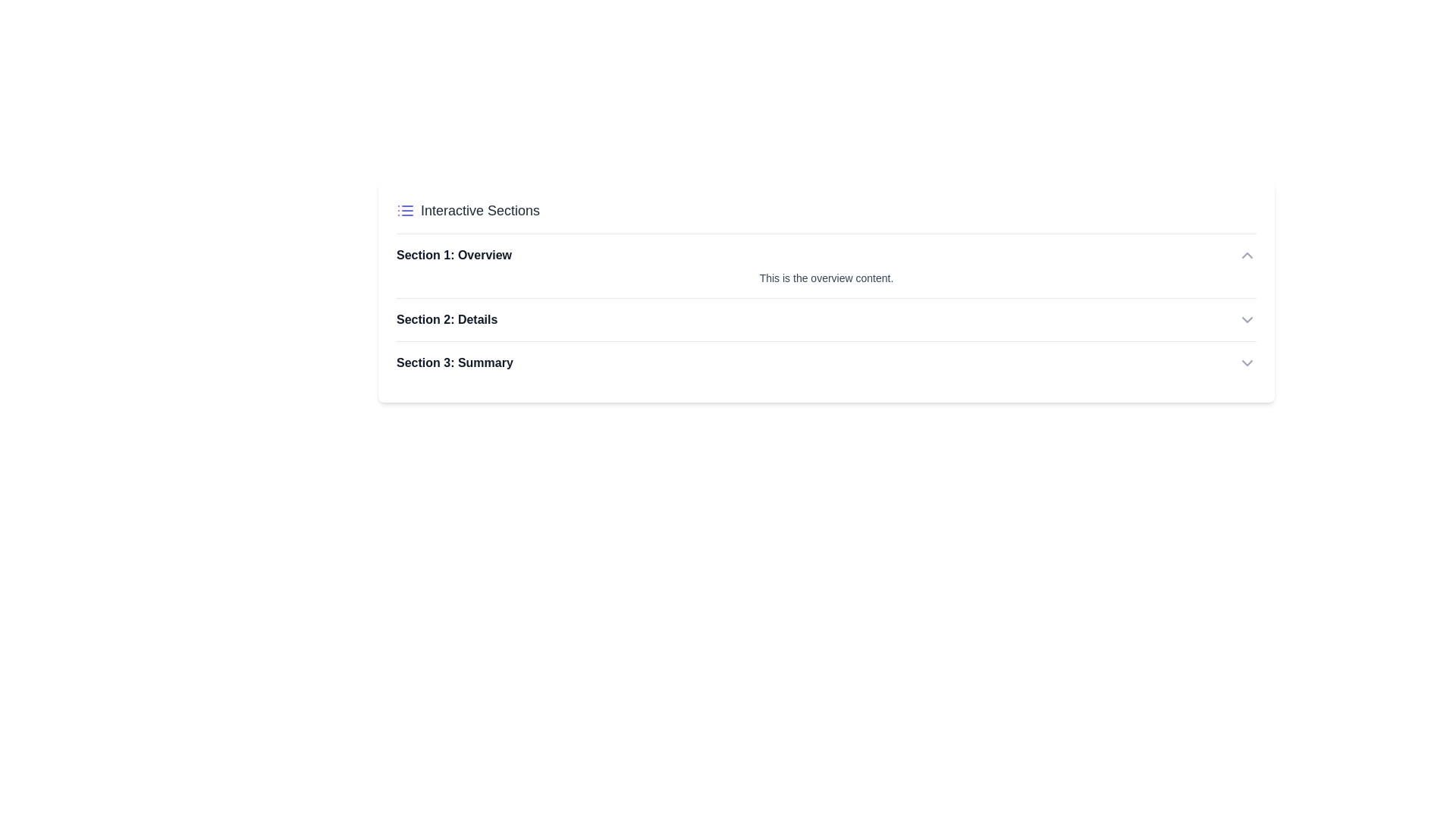 Image resolution: width=1456 pixels, height=819 pixels. Describe the element at coordinates (825, 278) in the screenshot. I see `content displayed in the Text display located within the 'Section 1: Overview' section, directly beneath the title text` at that location.